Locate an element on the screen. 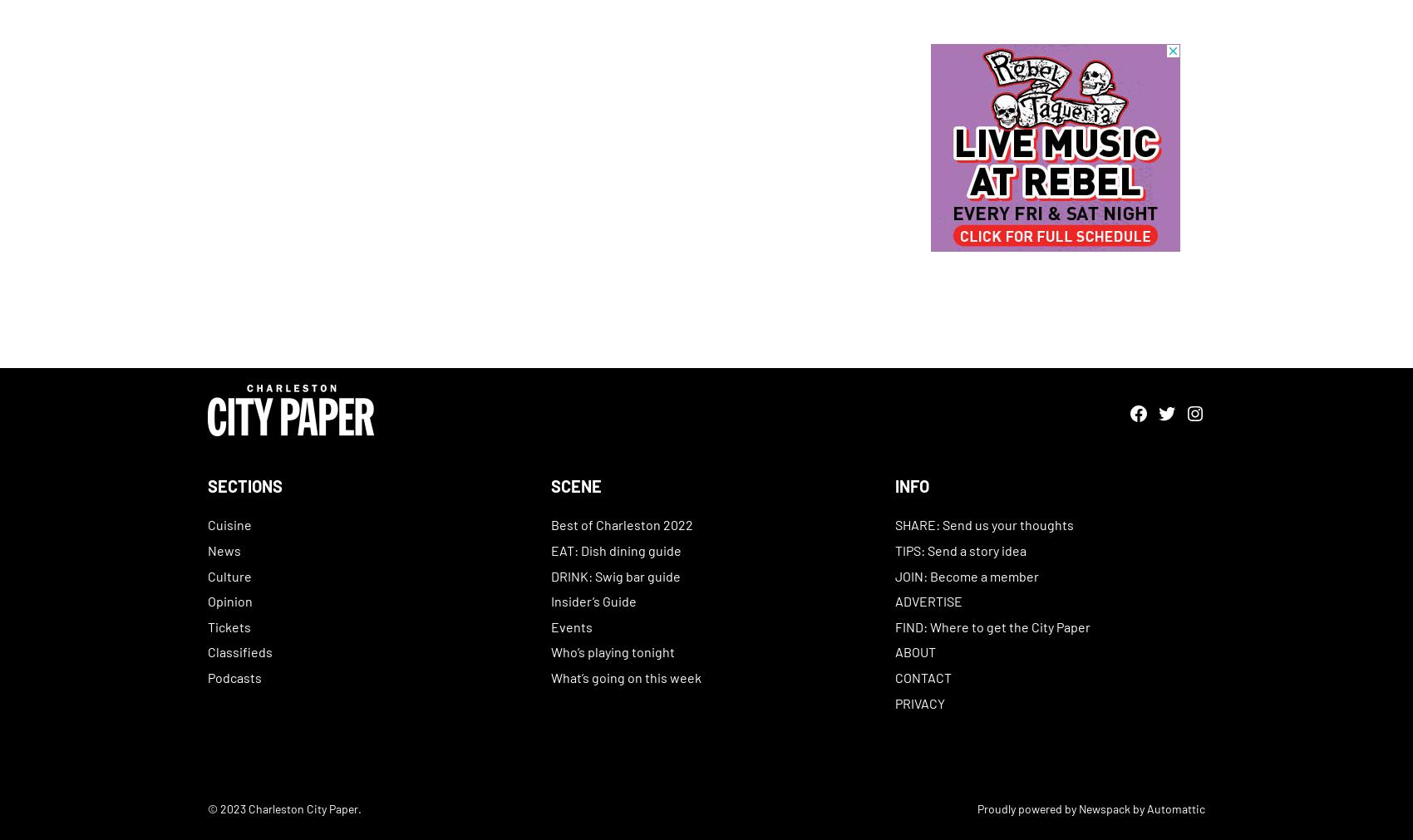  'Insider’s Guide' is located at coordinates (593, 600).